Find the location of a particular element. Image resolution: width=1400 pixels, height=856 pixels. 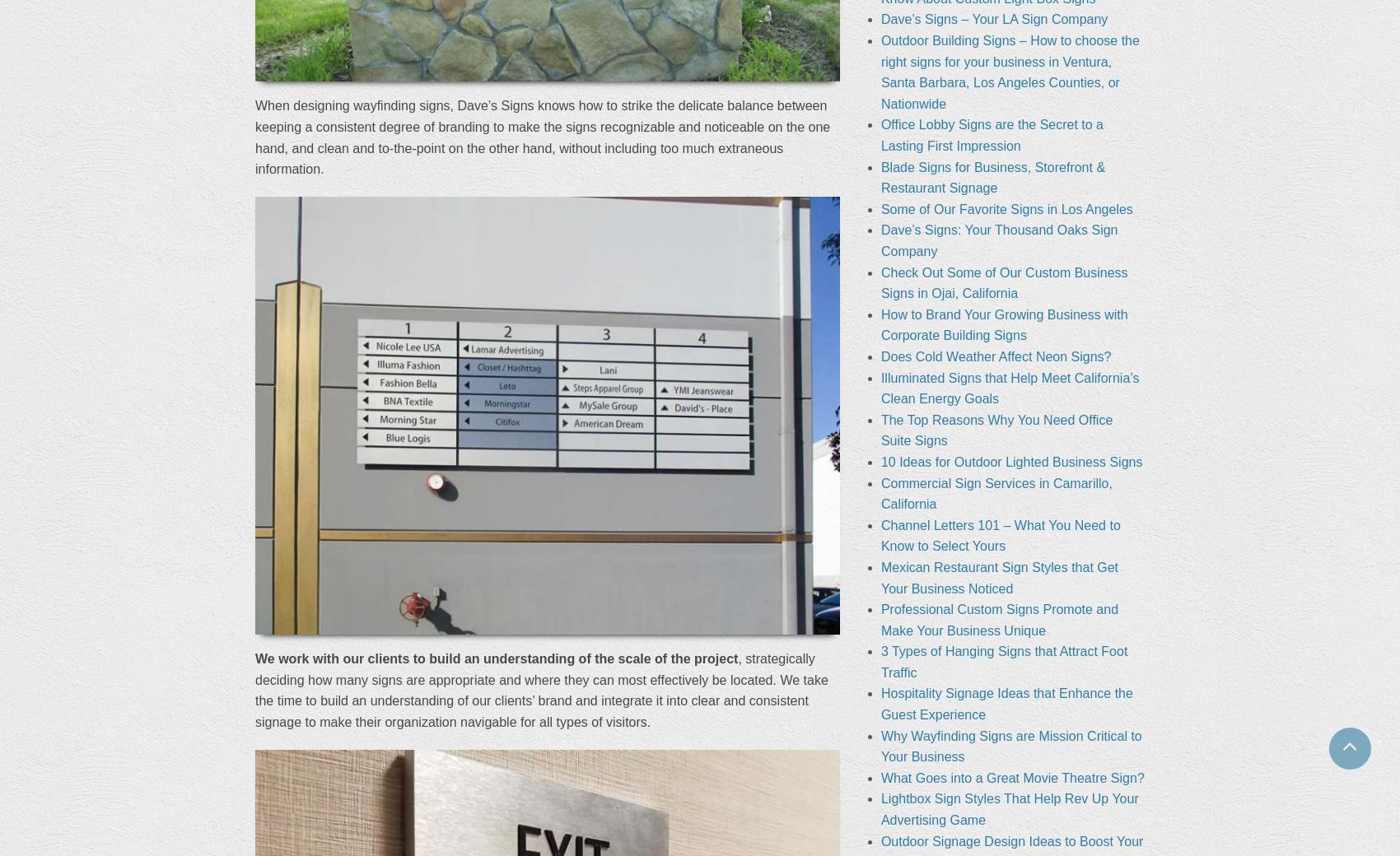

'Dave’s Signs – Your LA Sign Company' is located at coordinates (993, 18).